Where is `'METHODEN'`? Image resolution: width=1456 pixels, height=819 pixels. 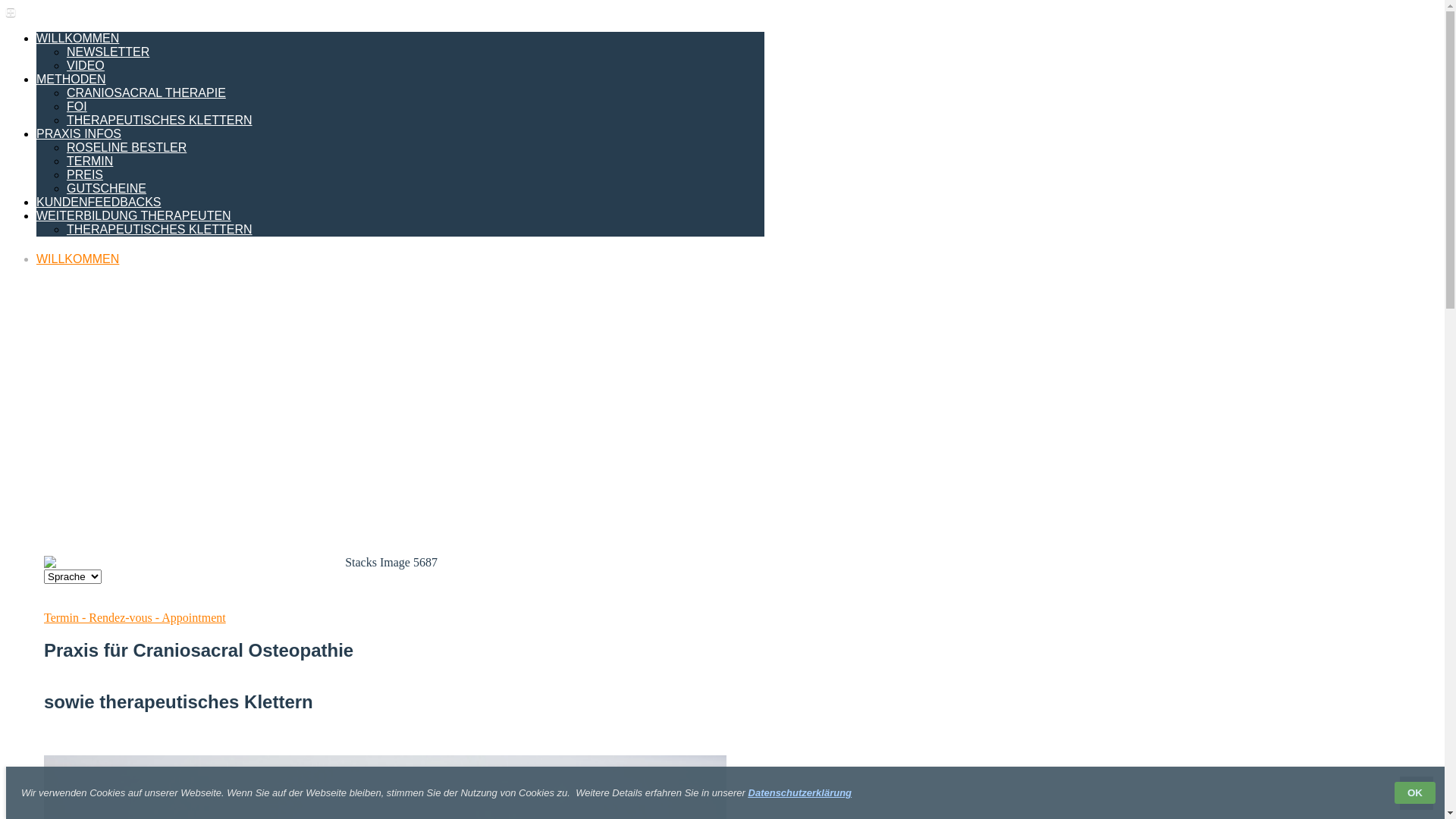
'METHODEN' is located at coordinates (71, 79).